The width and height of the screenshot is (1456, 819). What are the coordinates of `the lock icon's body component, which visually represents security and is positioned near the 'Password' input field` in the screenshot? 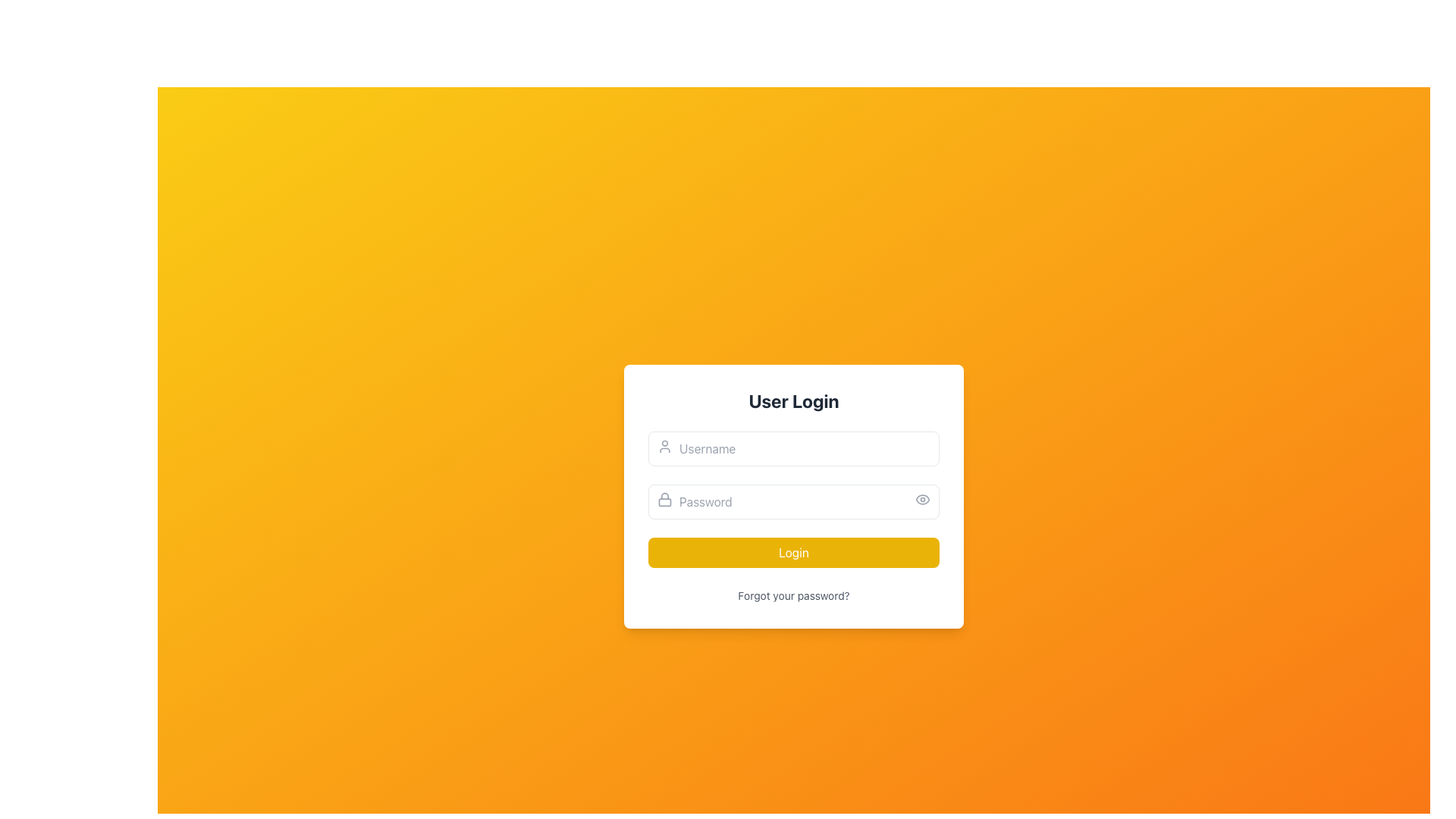 It's located at (665, 502).